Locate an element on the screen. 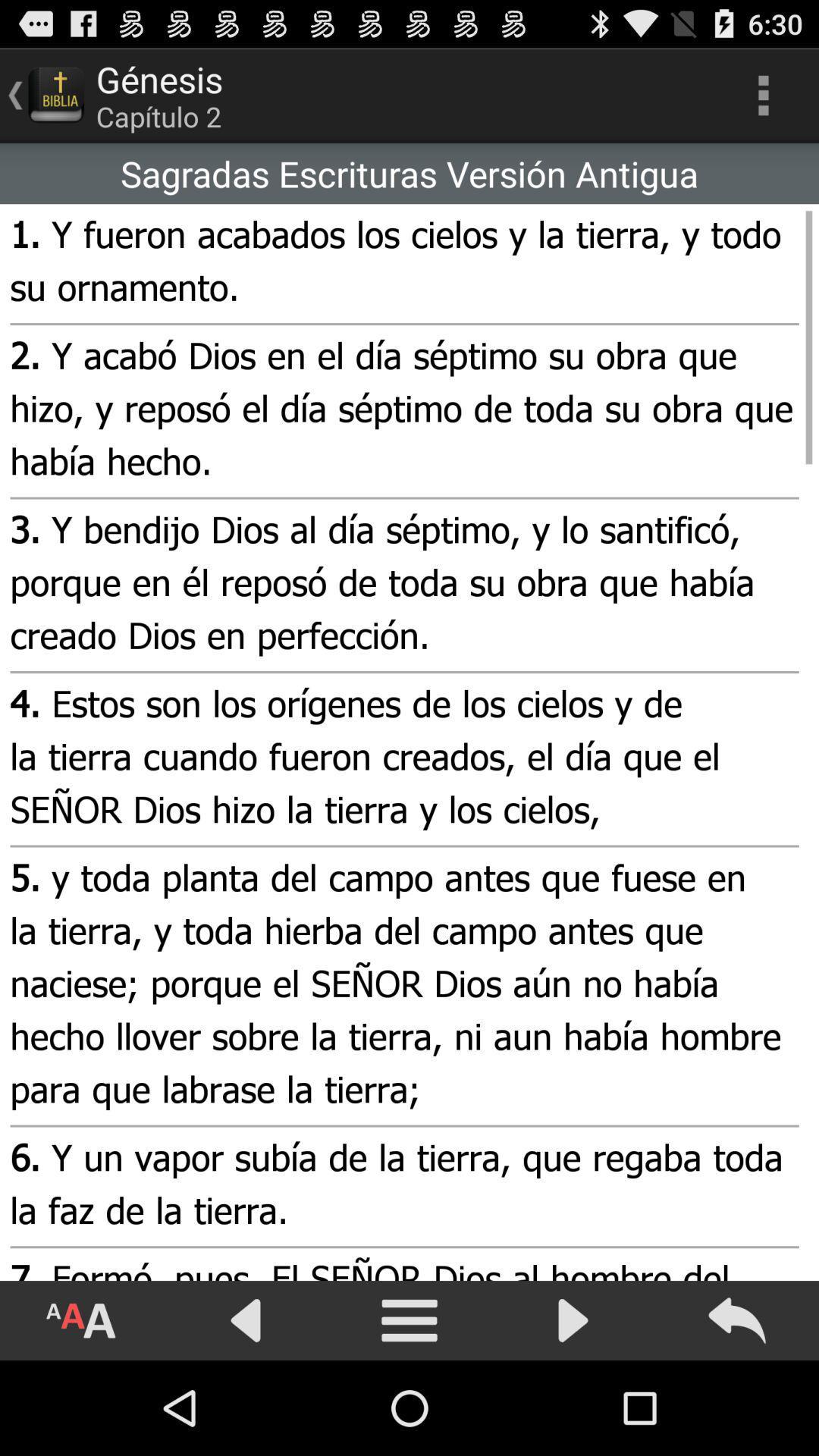  the item below the 6 y un app is located at coordinates (402, 1264).